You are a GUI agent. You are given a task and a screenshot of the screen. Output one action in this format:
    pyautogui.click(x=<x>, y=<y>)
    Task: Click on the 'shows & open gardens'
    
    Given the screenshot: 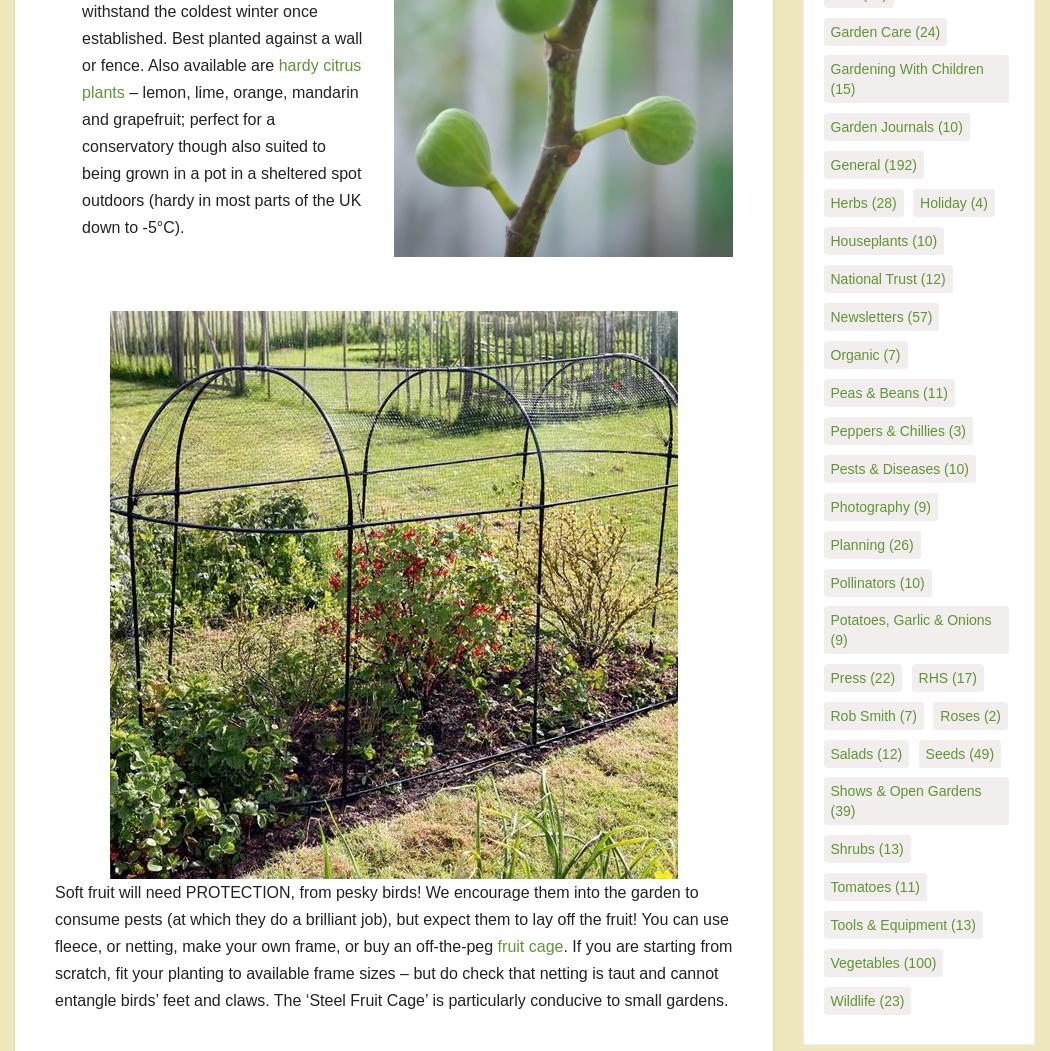 What is the action you would take?
    pyautogui.click(x=830, y=789)
    